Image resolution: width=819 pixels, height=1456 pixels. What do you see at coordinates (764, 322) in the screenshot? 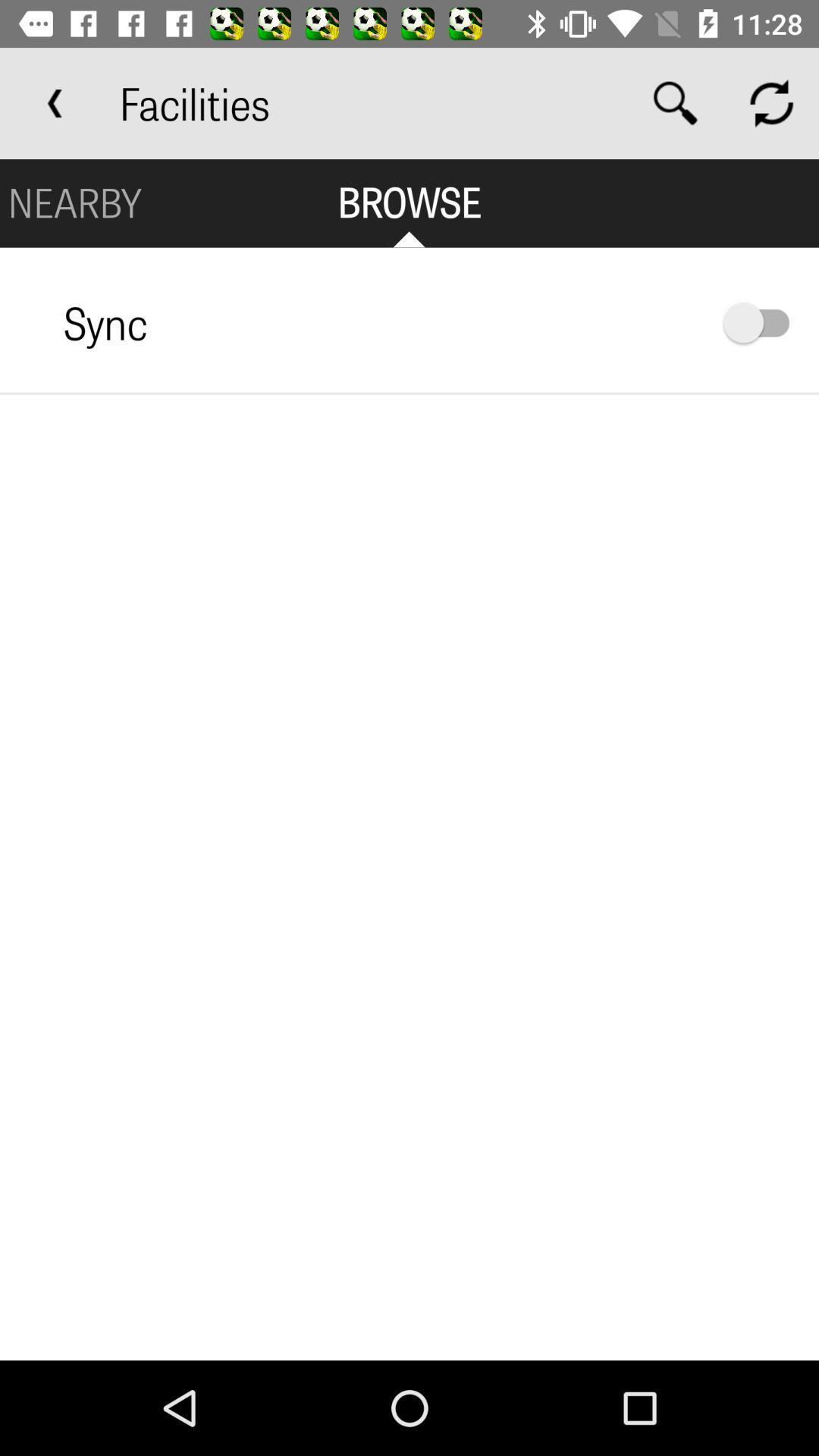
I see `turn sync on` at bounding box center [764, 322].